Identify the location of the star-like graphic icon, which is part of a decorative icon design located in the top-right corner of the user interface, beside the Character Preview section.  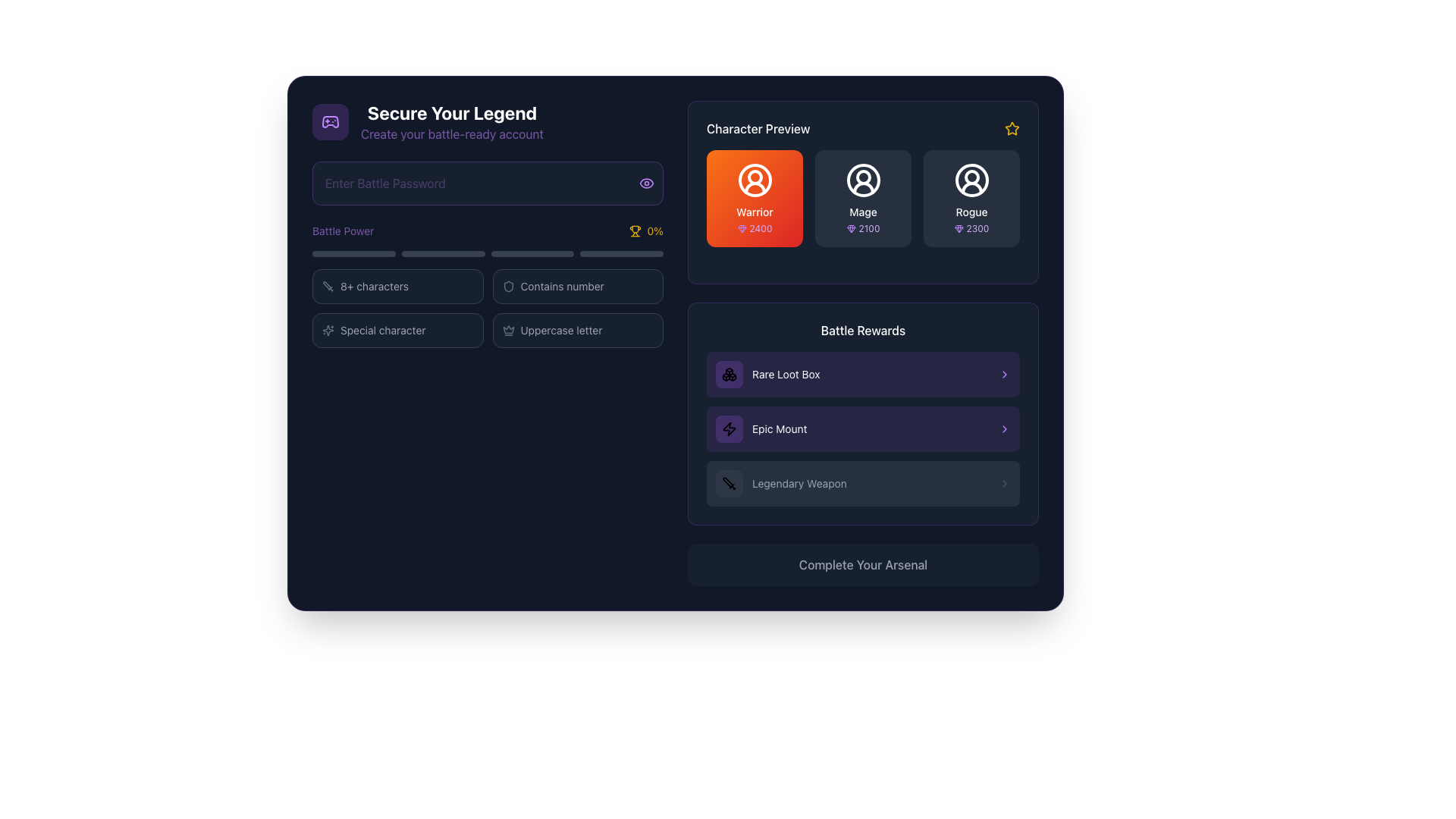
(327, 329).